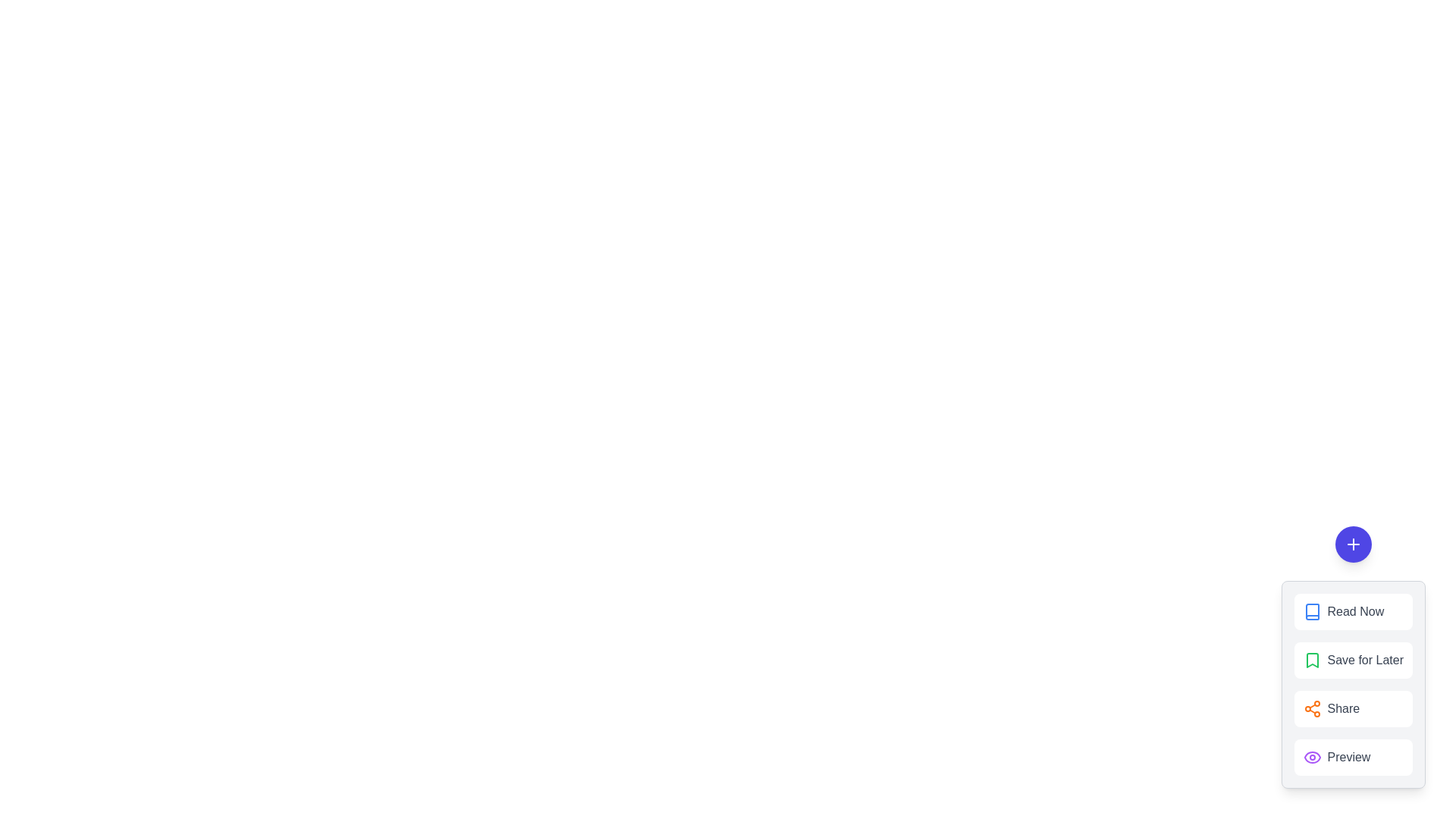 Image resolution: width=1456 pixels, height=819 pixels. Describe the element at coordinates (1353, 660) in the screenshot. I see `the 'Save for Later' button` at that location.